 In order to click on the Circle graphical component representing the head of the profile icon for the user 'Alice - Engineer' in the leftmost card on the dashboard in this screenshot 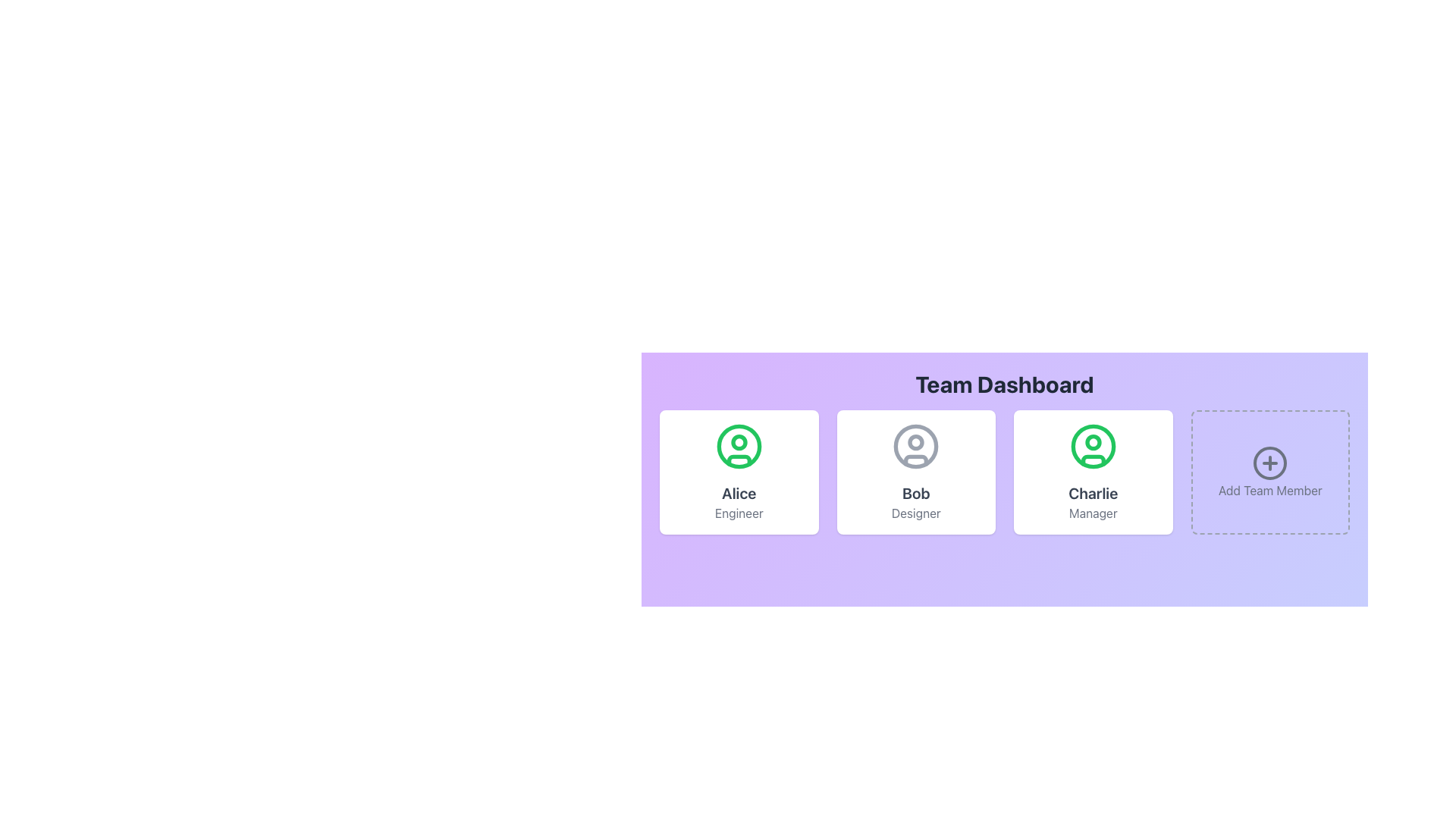, I will do `click(739, 442)`.